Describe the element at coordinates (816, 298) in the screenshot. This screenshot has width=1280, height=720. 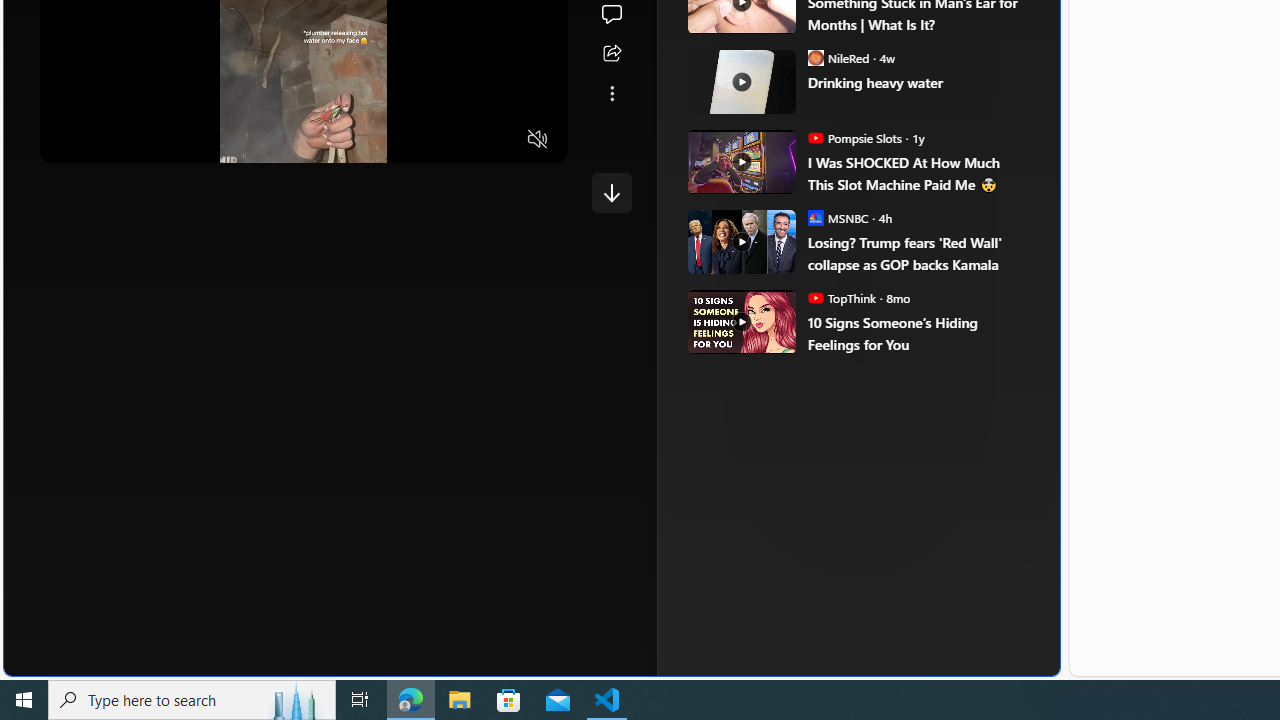
I see `'TopThink'` at that location.